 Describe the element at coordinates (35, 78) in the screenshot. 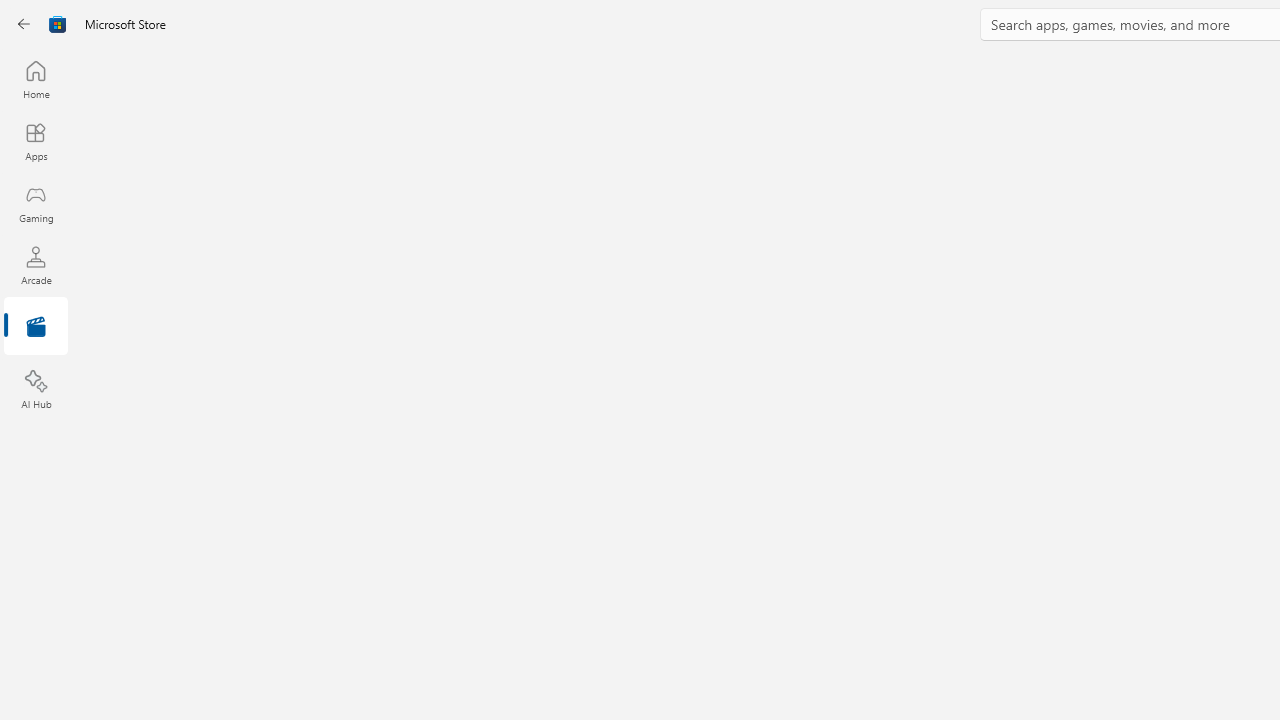

I see `'Home'` at that location.